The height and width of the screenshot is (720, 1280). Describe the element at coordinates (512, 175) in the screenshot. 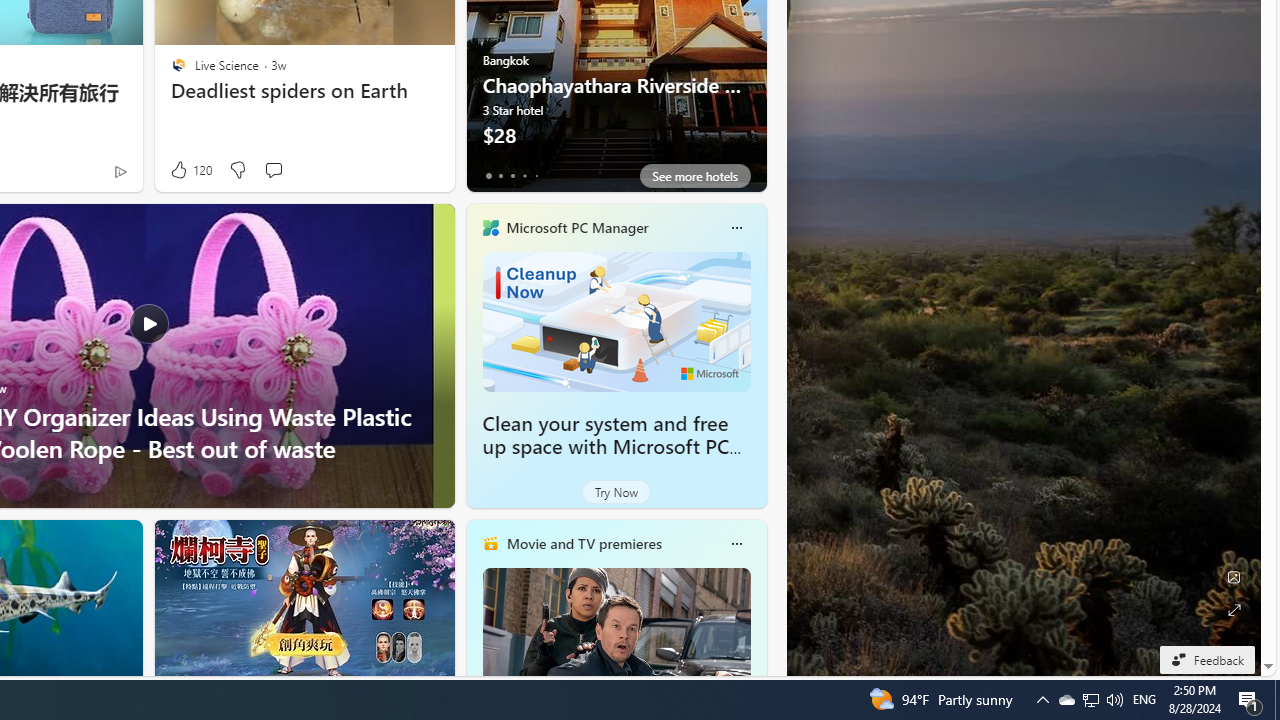

I see `'tab-2'` at that location.